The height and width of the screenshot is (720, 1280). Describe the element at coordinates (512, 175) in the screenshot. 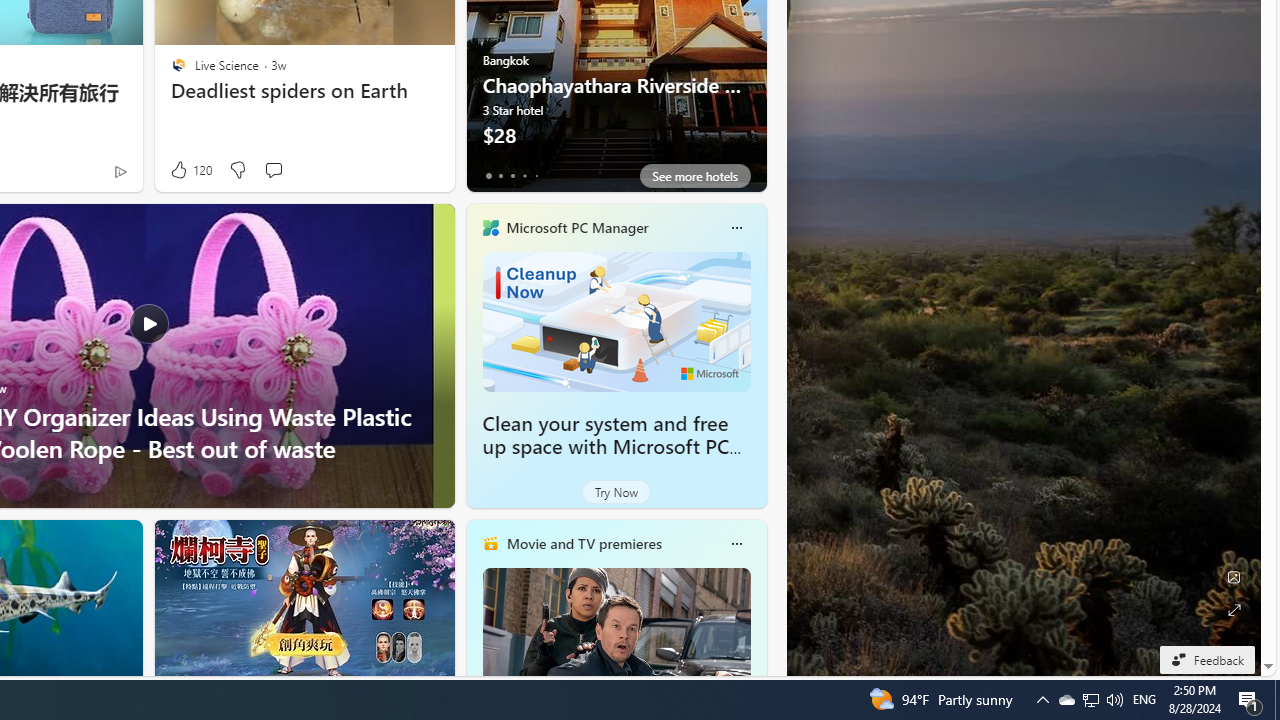

I see `'tab-2'` at that location.